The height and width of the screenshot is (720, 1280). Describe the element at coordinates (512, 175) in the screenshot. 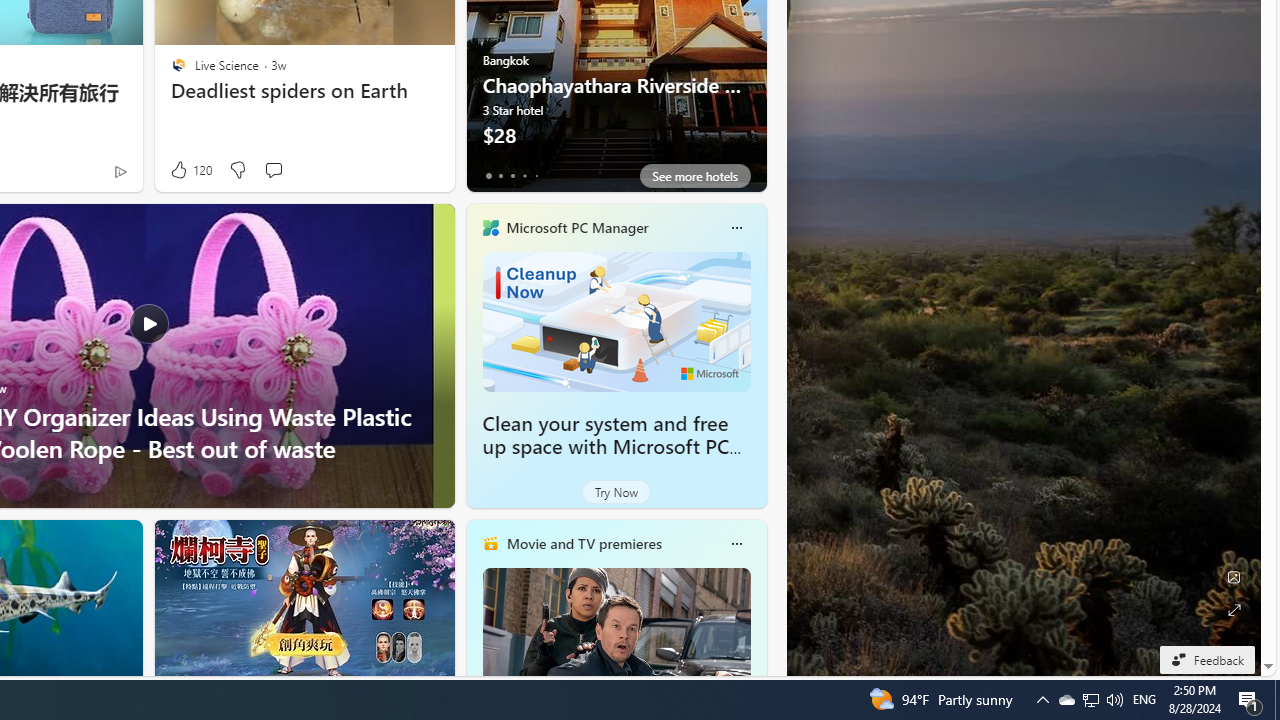

I see `'tab-2'` at that location.